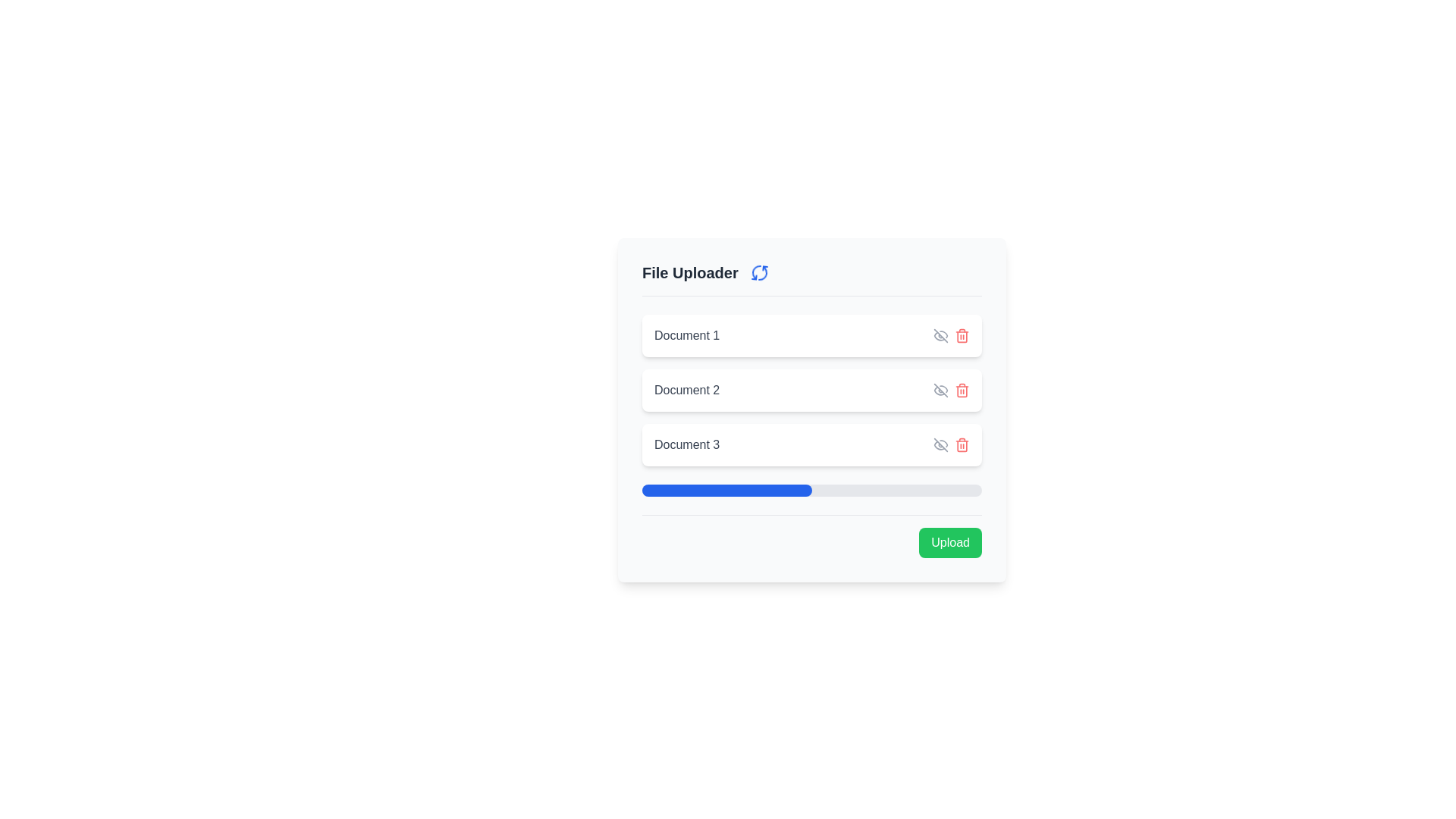 The image size is (1456, 819). Describe the element at coordinates (961, 444) in the screenshot. I see `the delete icon for 'Document 3', which is the second icon from the right in the action buttons segment of its row` at that location.